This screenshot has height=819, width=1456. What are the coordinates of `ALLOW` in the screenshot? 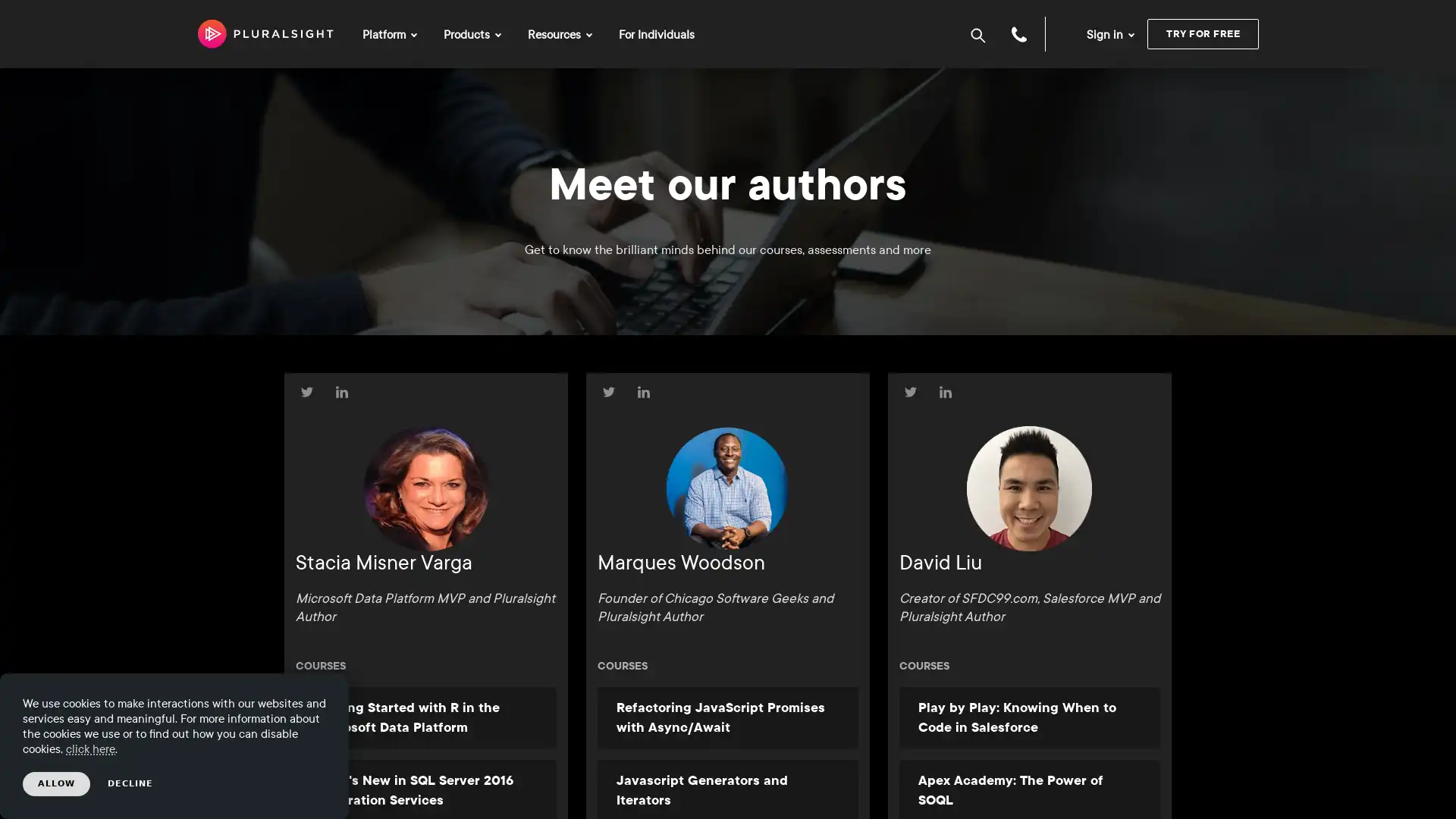 It's located at (56, 783).